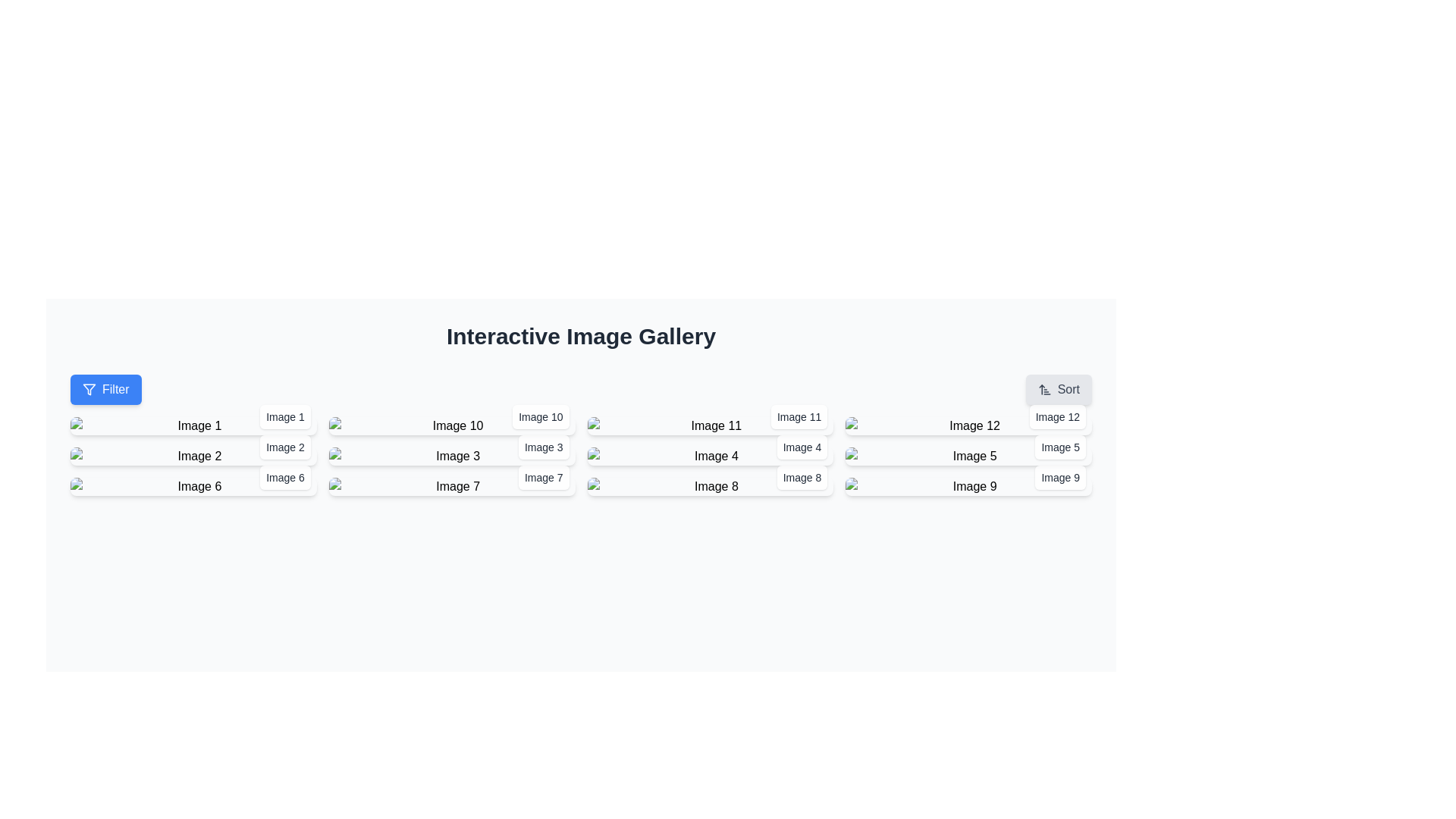 The image size is (1456, 819). What do you see at coordinates (541, 417) in the screenshot?
I see `the static text label that serves as a descriptor for the 'Image 10' box, located in the second row and second column of the image grid layout` at bounding box center [541, 417].